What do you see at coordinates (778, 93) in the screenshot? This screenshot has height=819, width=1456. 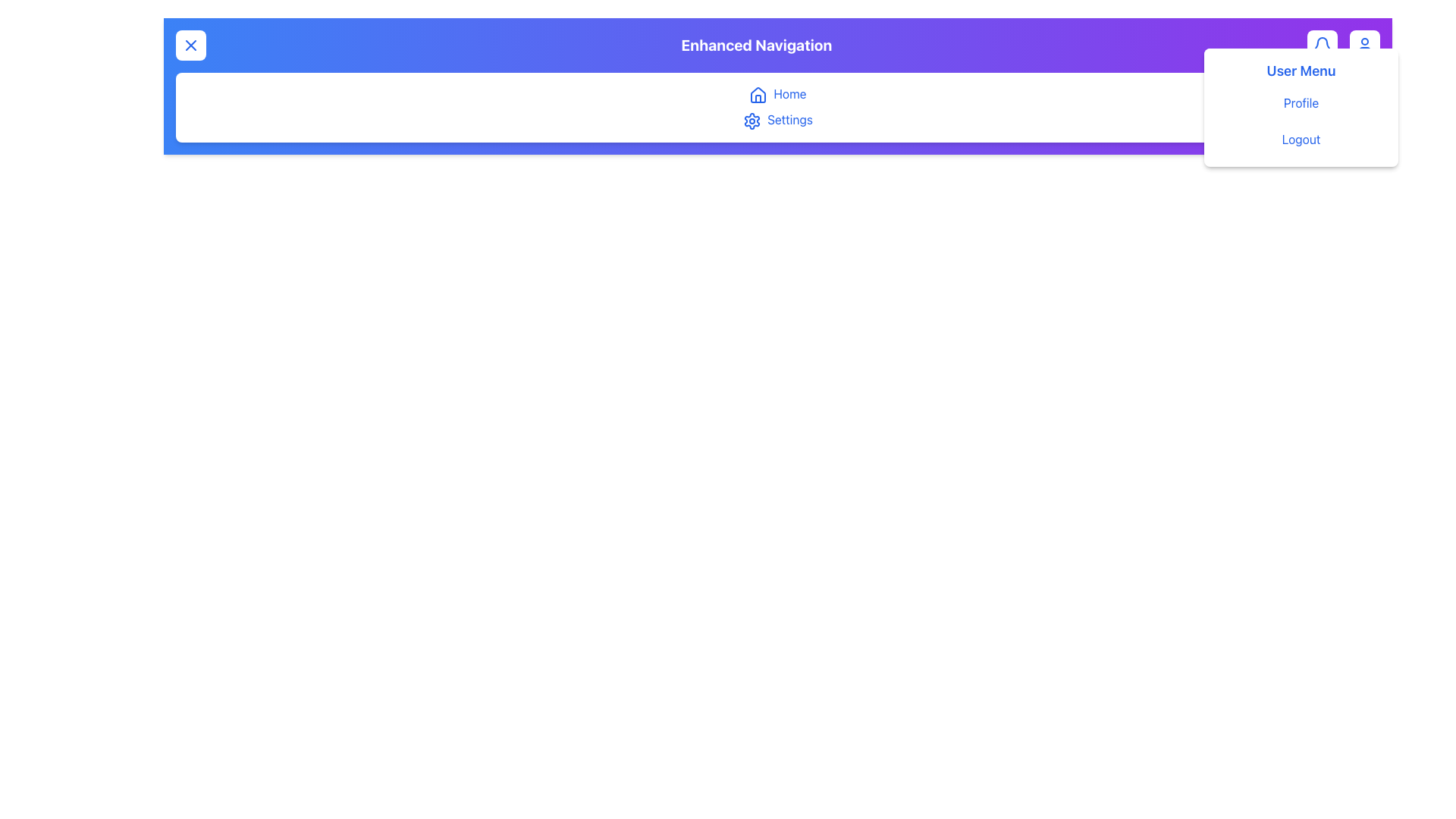 I see `the 'Home' text link with icon, which is styled in blue and positioned to the right of a house icon, to underline the text` at bounding box center [778, 93].